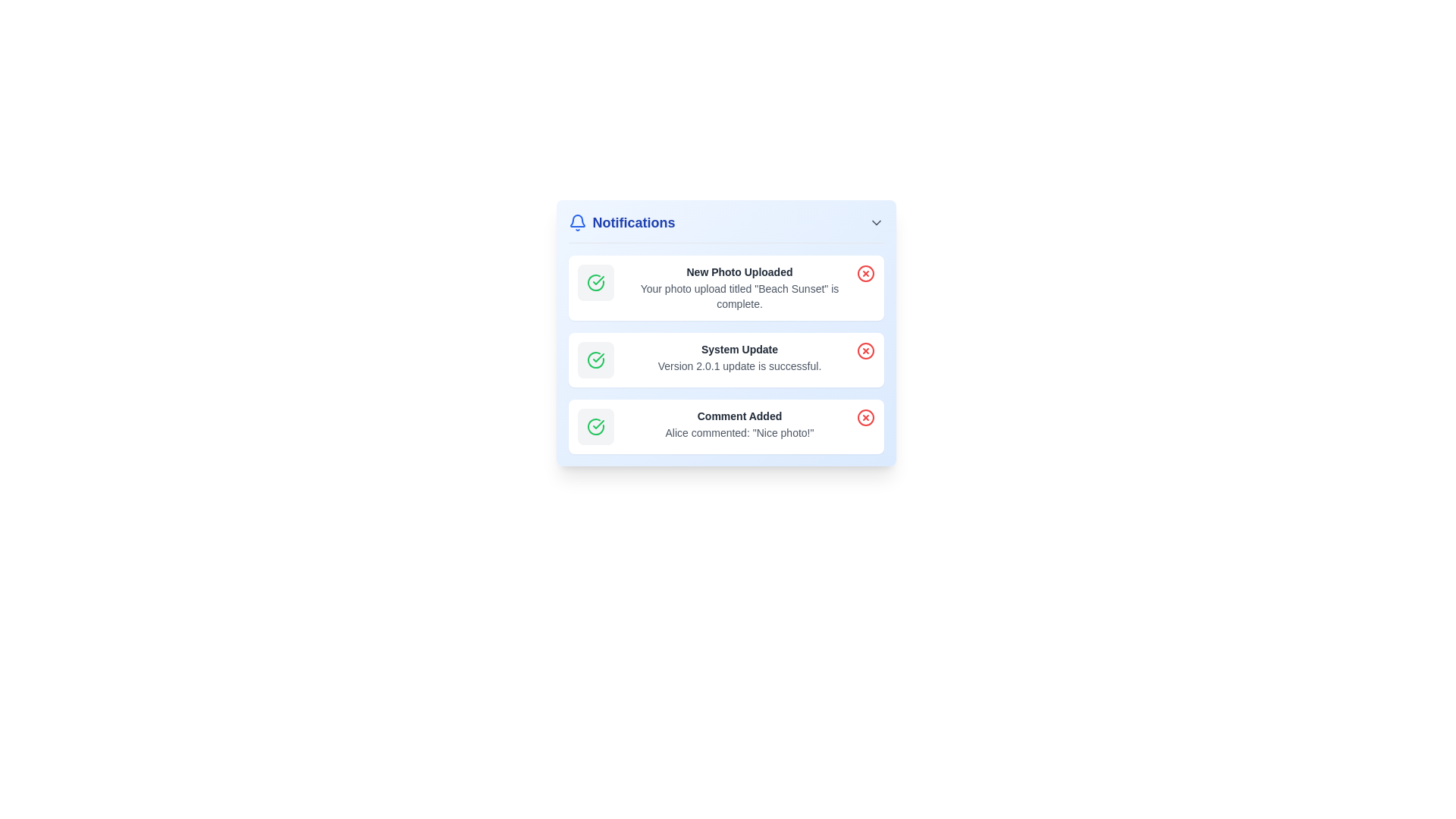  I want to click on the 'Notifications' text label, which is styled in bold blue font and positioned to the right of a bell icon at the top-left corner of the notification card, so click(633, 222).